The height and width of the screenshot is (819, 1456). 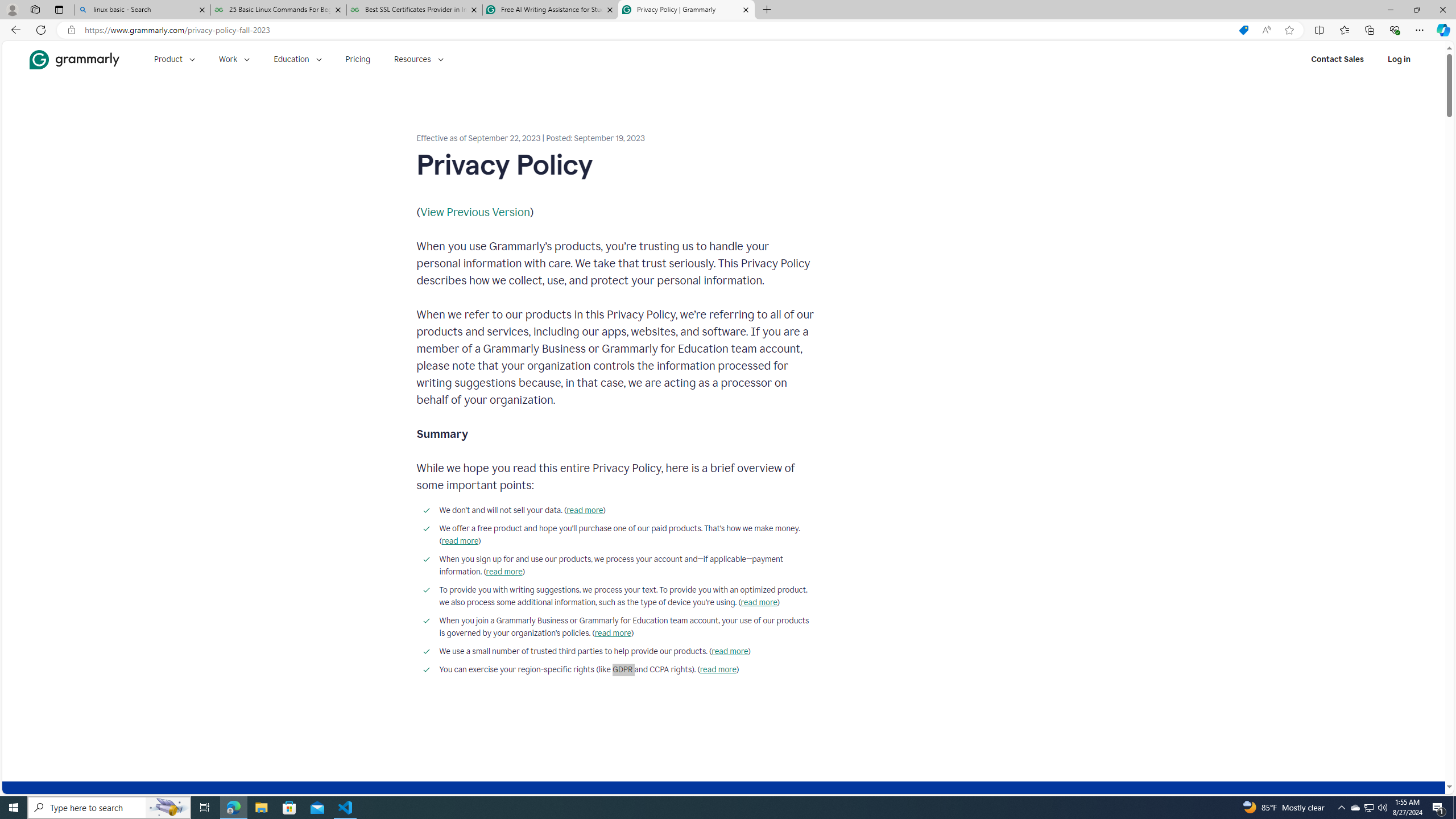 I want to click on 'Education', so click(x=297, y=59).